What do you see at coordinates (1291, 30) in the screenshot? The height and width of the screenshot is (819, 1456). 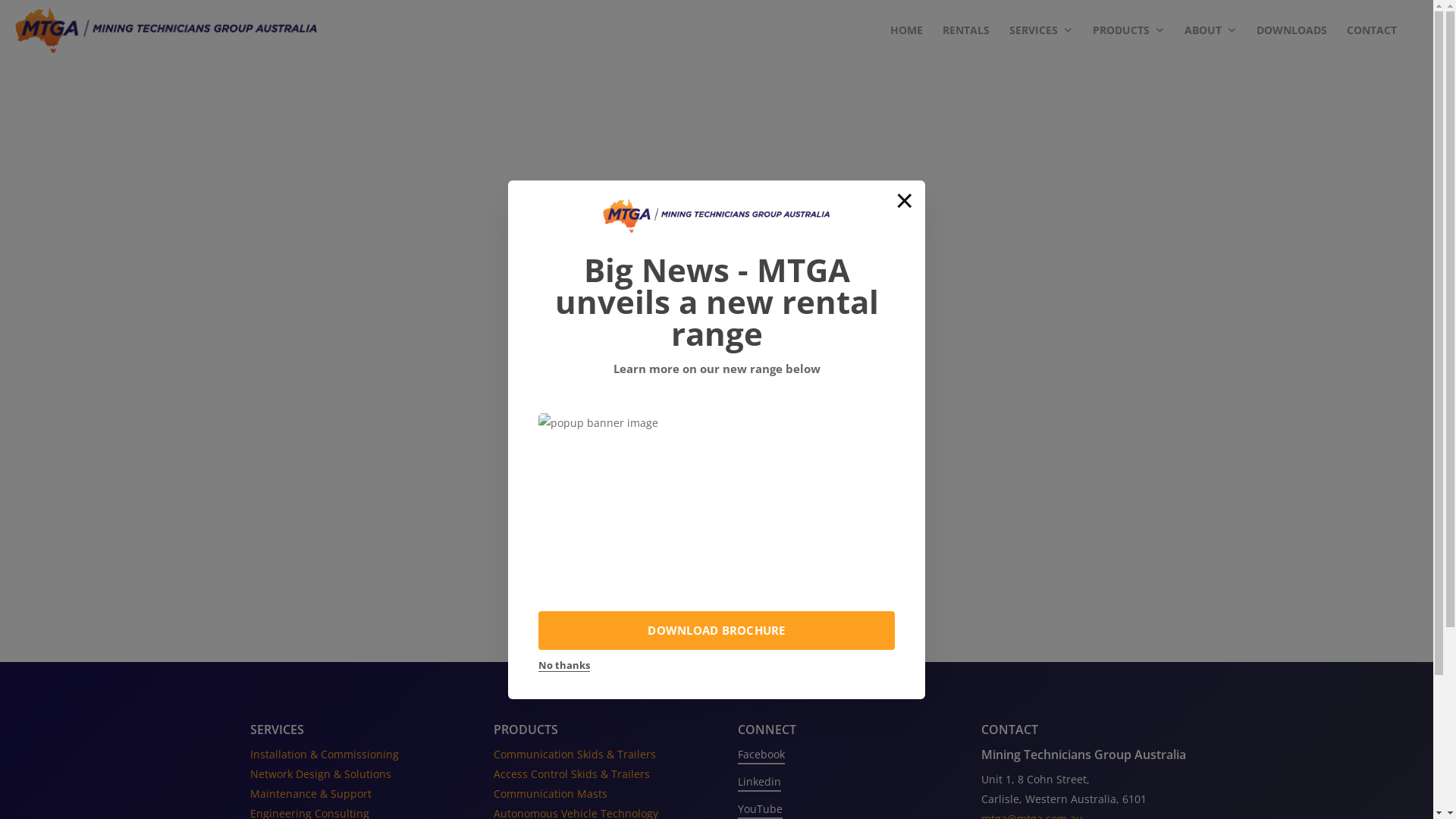 I see `'DOWNLOADS'` at bounding box center [1291, 30].